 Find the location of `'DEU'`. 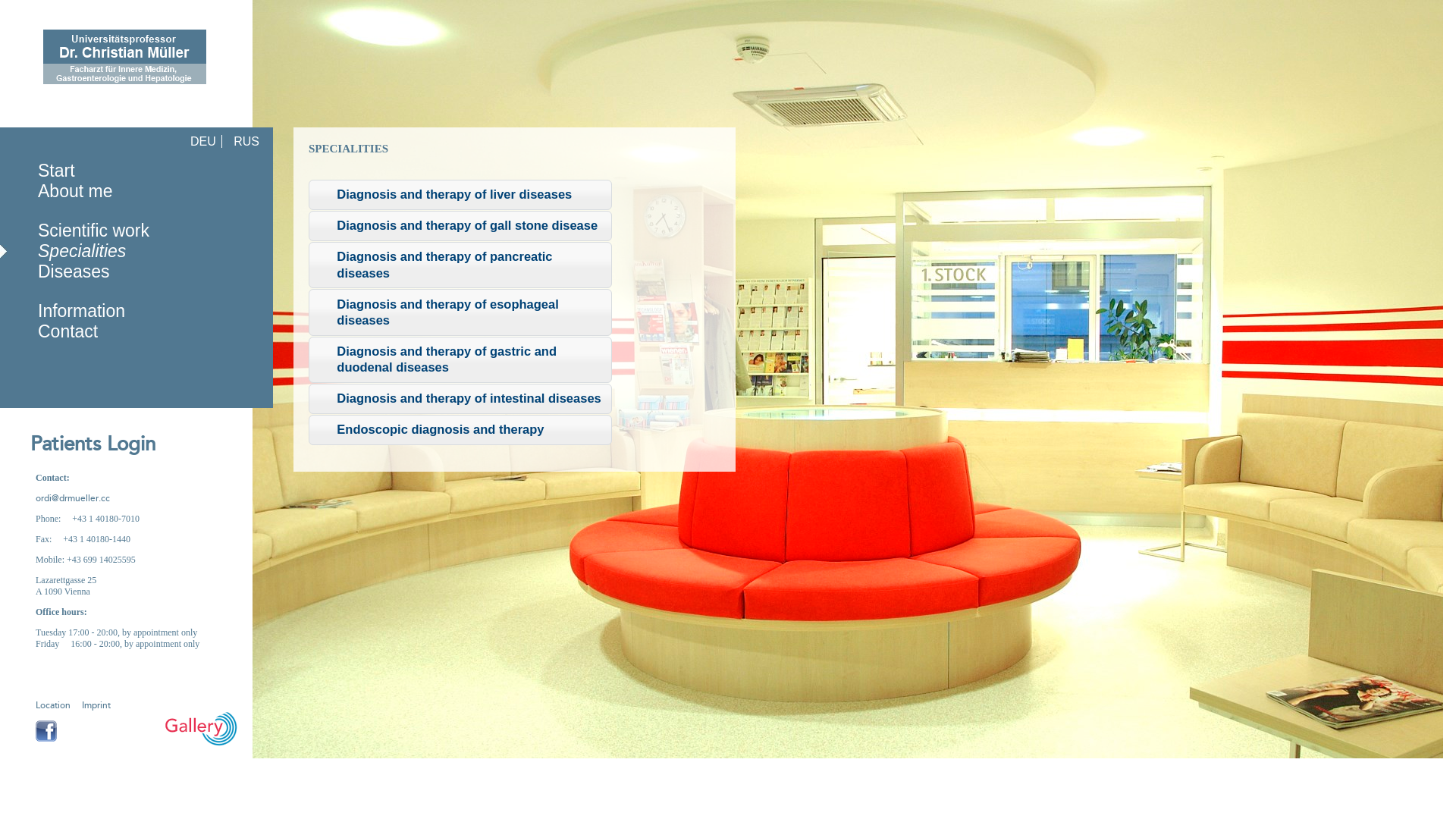

'DEU' is located at coordinates (185, 141).